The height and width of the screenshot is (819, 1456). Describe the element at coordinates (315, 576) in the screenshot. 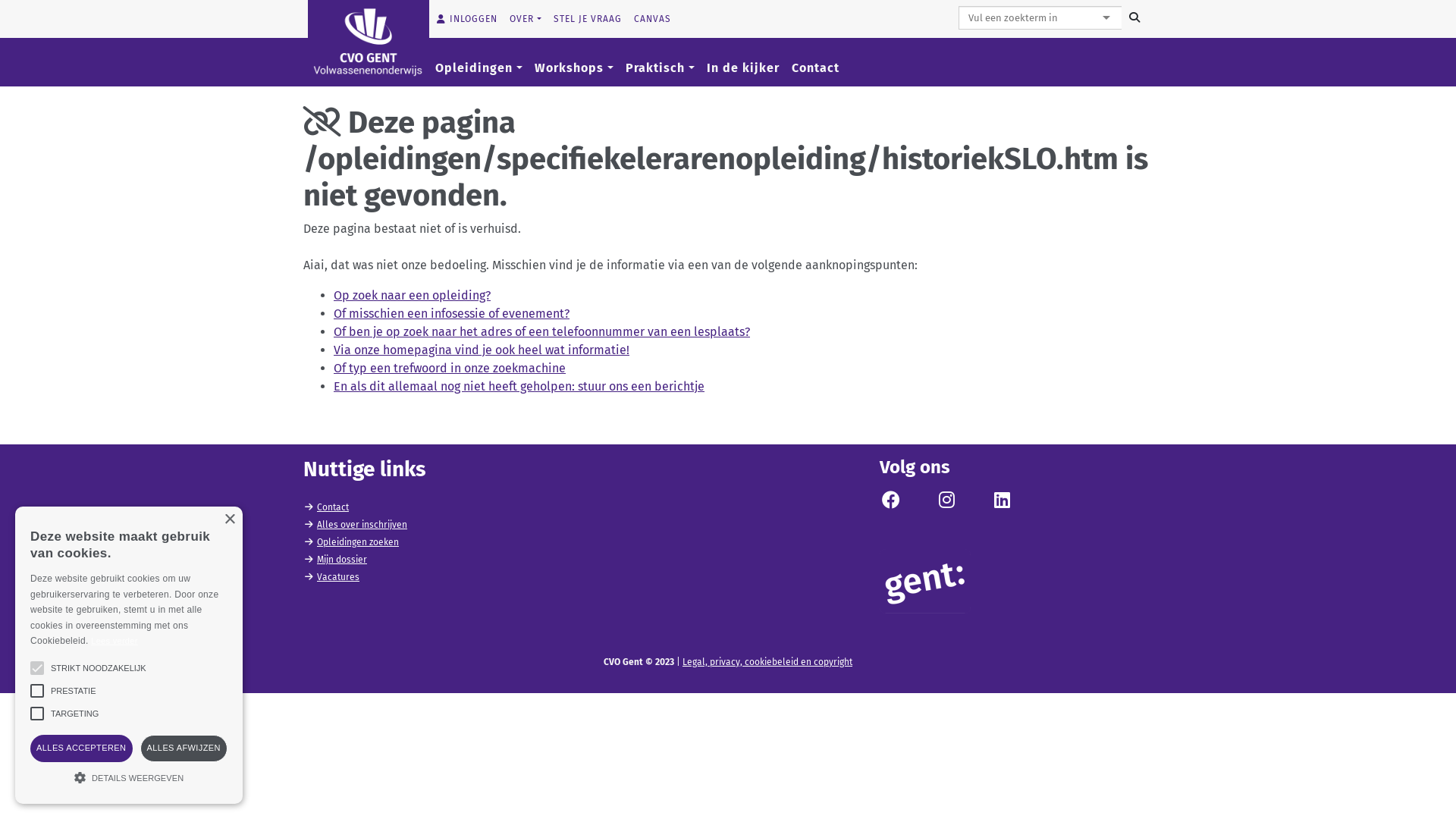

I see `'Vacatures'` at that location.